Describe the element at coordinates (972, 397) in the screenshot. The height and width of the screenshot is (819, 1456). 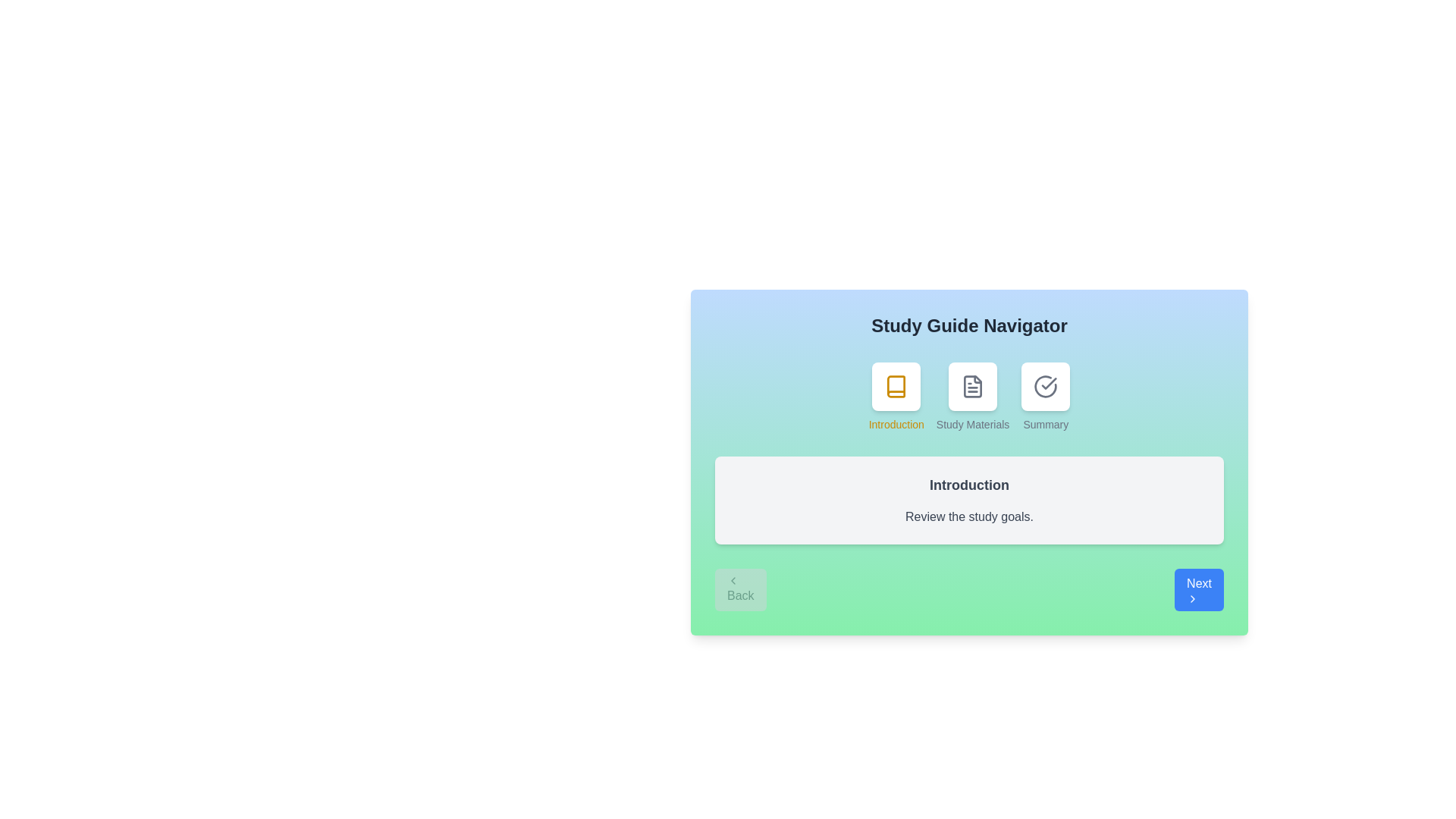
I see `the step icon corresponding to Study Materials to view its content` at that location.